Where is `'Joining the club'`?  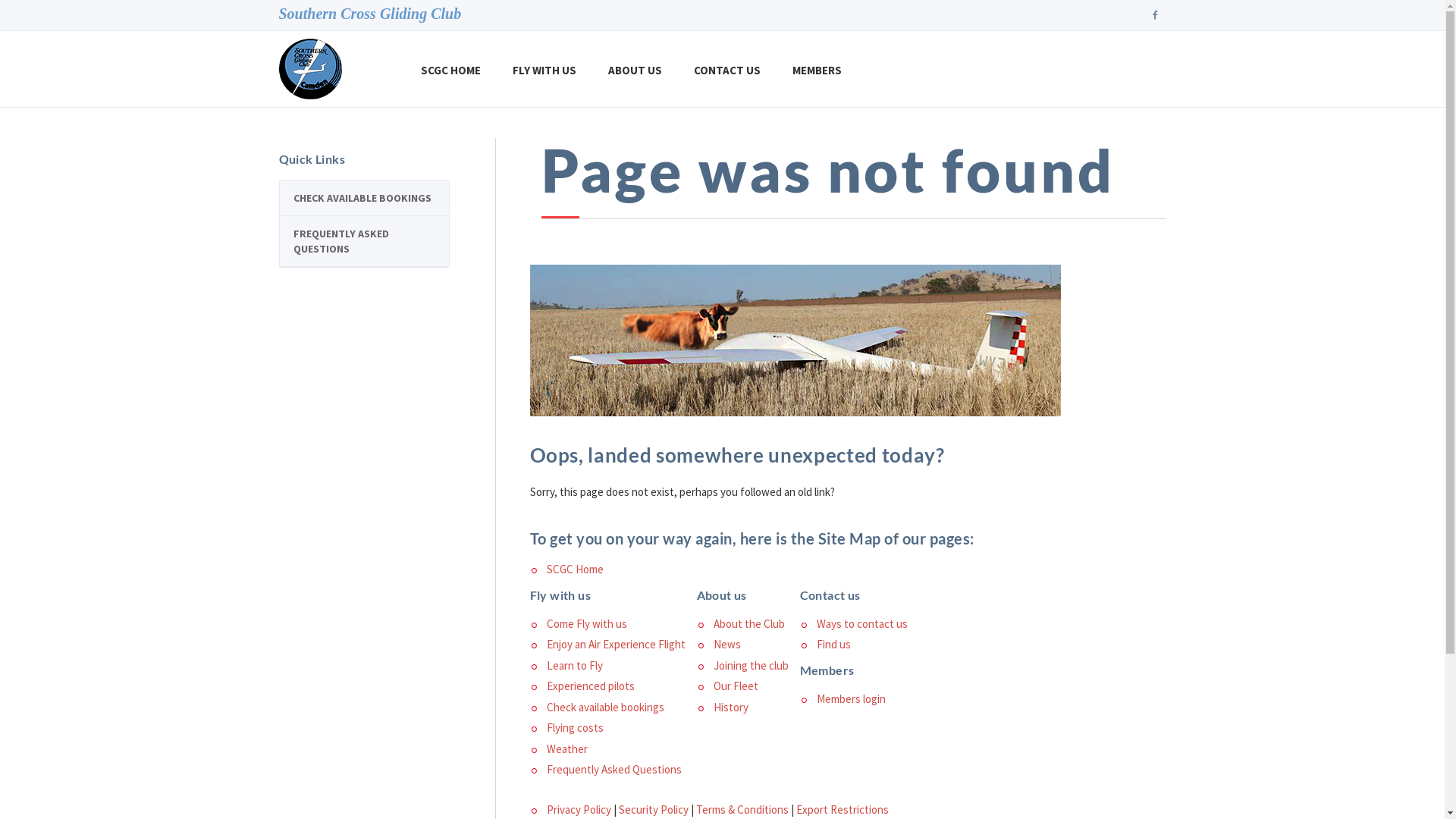
'Joining the club' is located at coordinates (750, 664).